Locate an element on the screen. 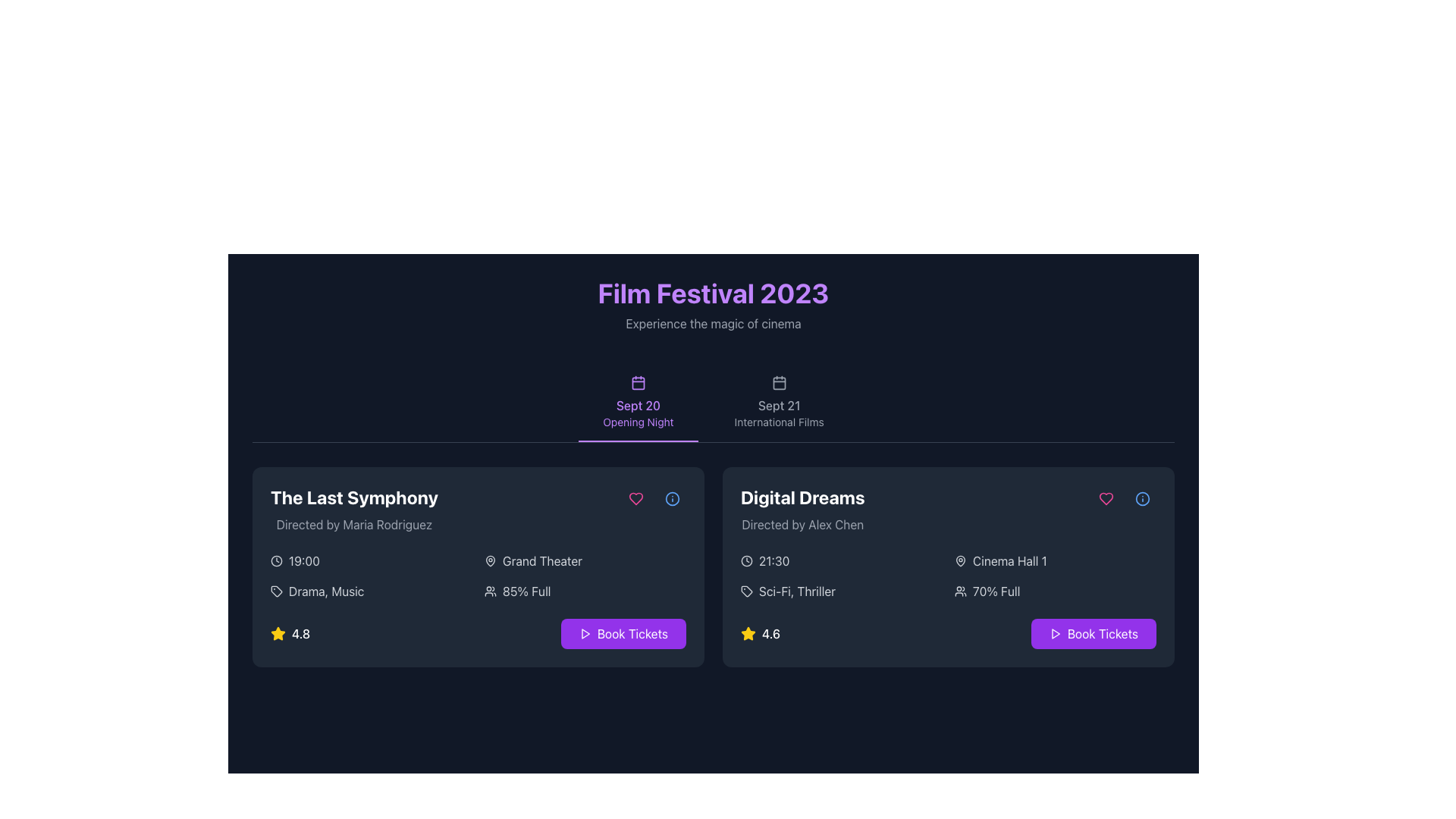 The width and height of the screenshot is (1456, 819). the triangular play icon located inside the 'Book Tickets' button is located at coordinates (1054, 634).